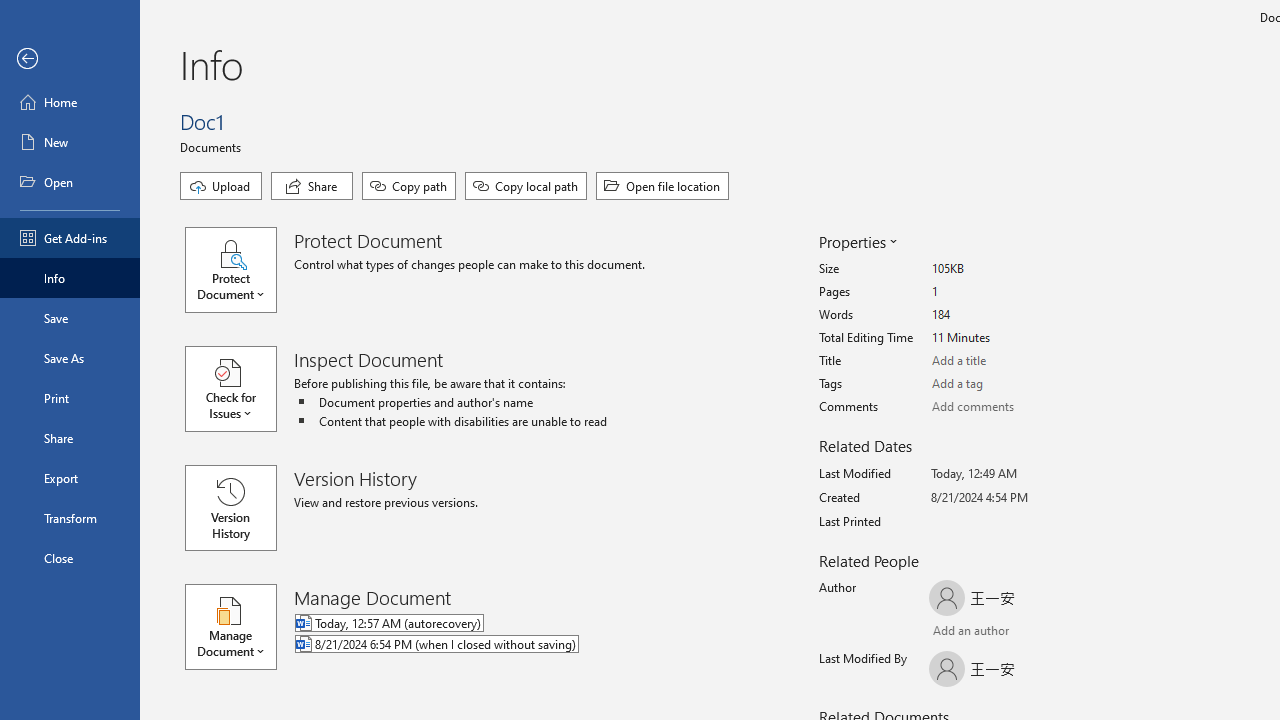 This screenshot has width=1280, height=720. I want to click on 'Browse Address Book', so click(1046, 633).